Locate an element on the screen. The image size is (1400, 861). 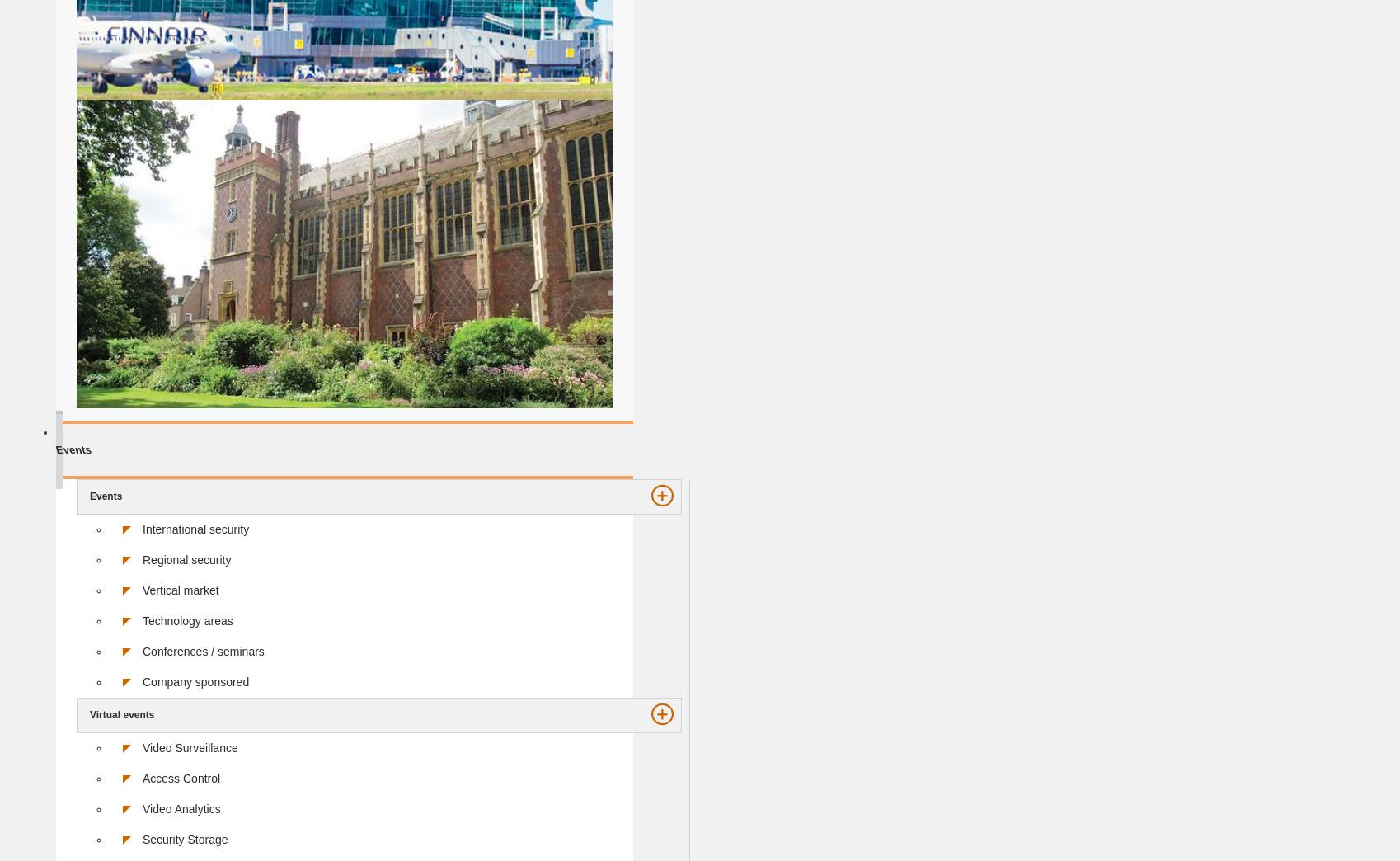
'International security' is located at coordinates (195, 529).